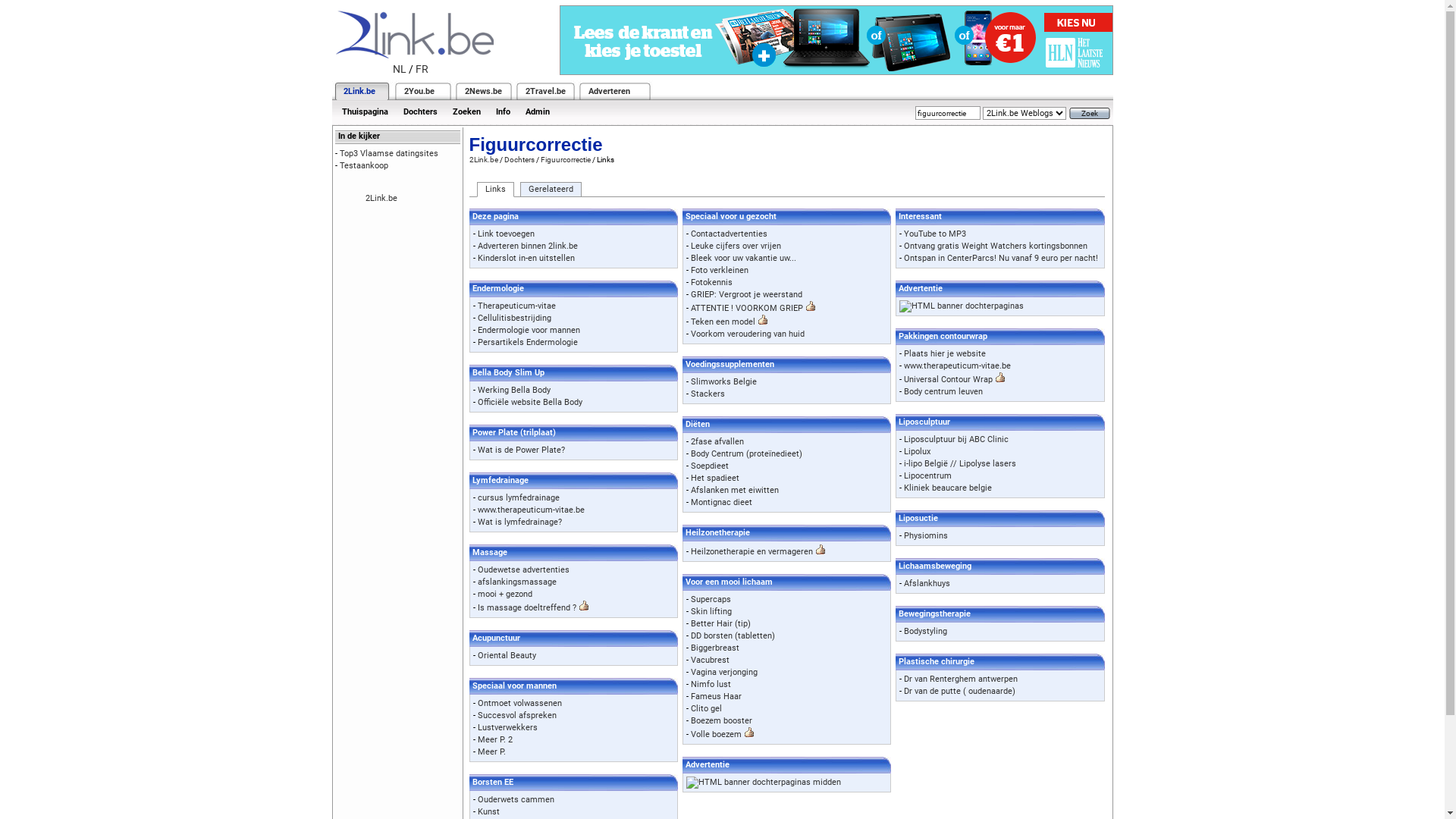 The image size is (1456, 819). I want to click on 'Meer P. 2', so click(476, 739).